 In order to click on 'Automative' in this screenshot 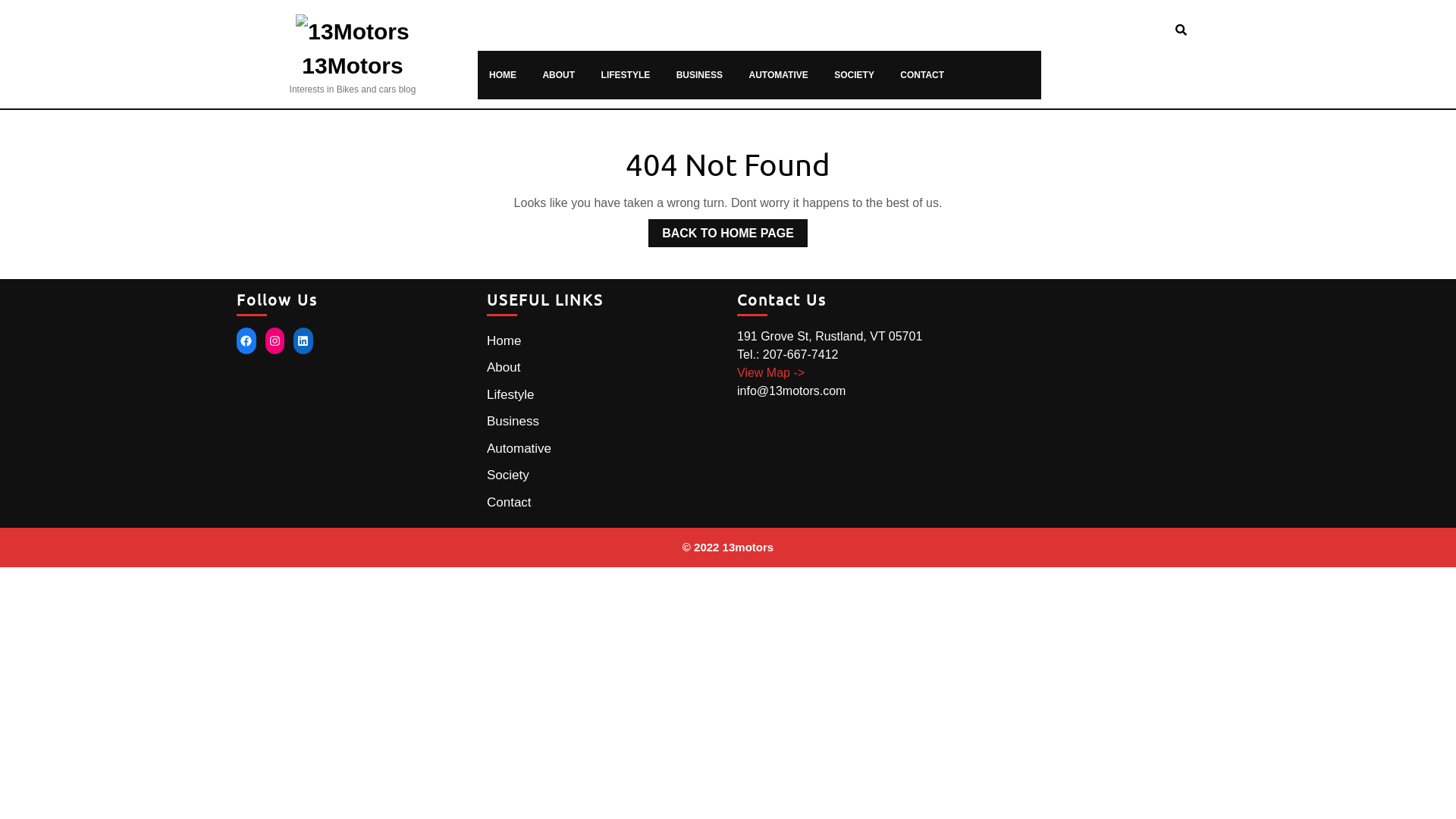, I will do `click(519, 447)`.